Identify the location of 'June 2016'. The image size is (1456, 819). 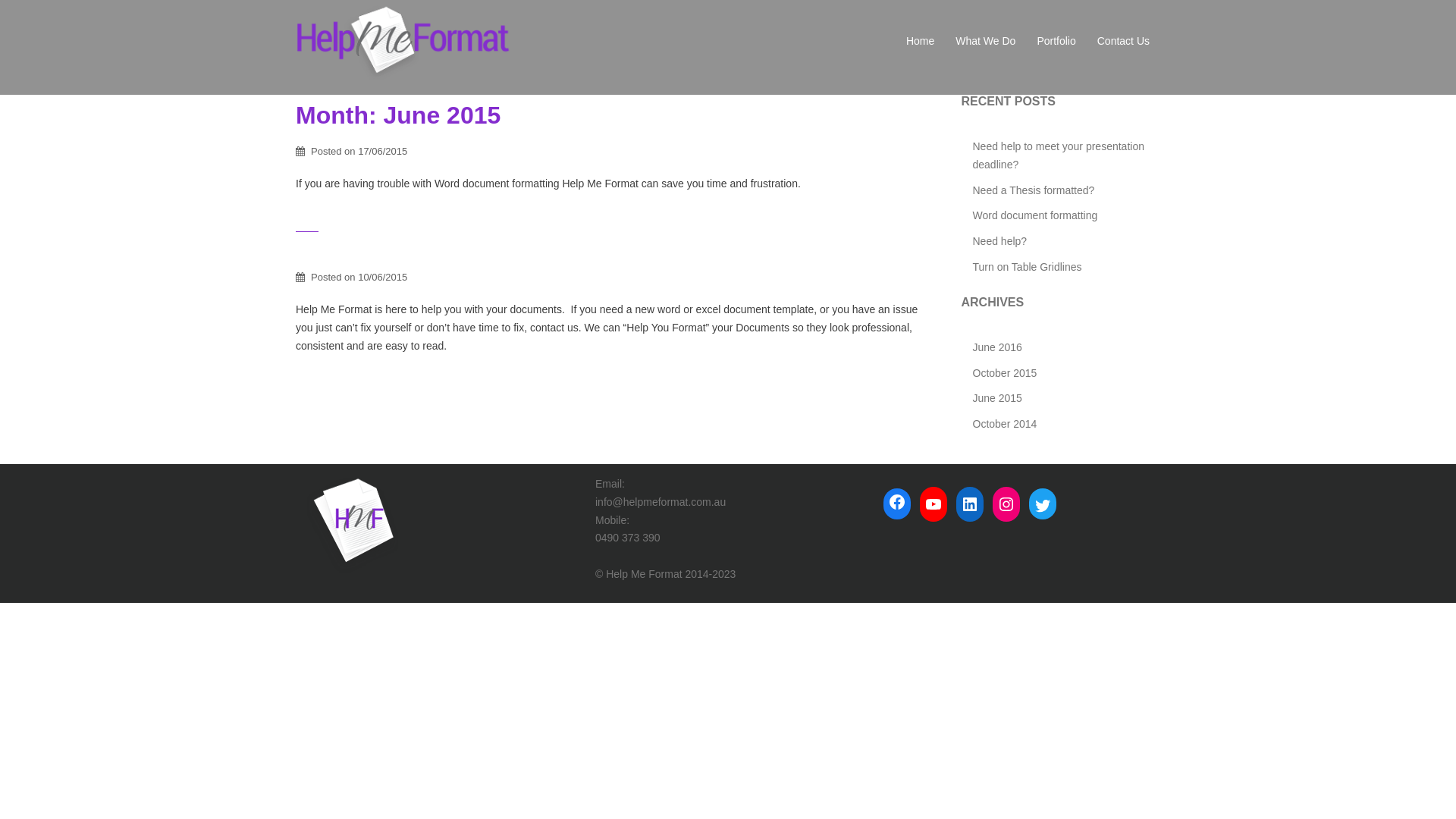
(996, 347).